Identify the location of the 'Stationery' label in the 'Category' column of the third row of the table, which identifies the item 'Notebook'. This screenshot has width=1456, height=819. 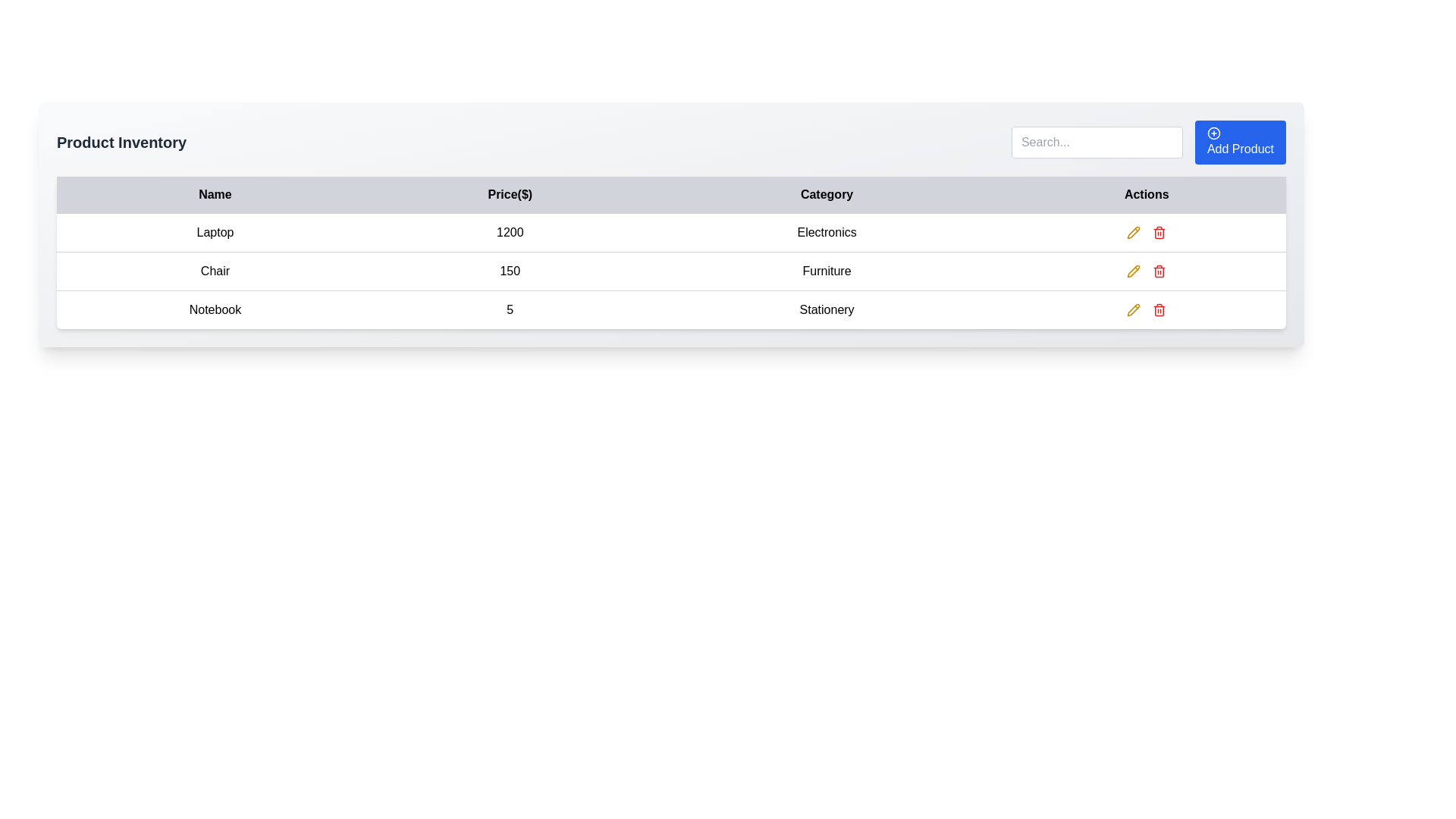
(826, 309).